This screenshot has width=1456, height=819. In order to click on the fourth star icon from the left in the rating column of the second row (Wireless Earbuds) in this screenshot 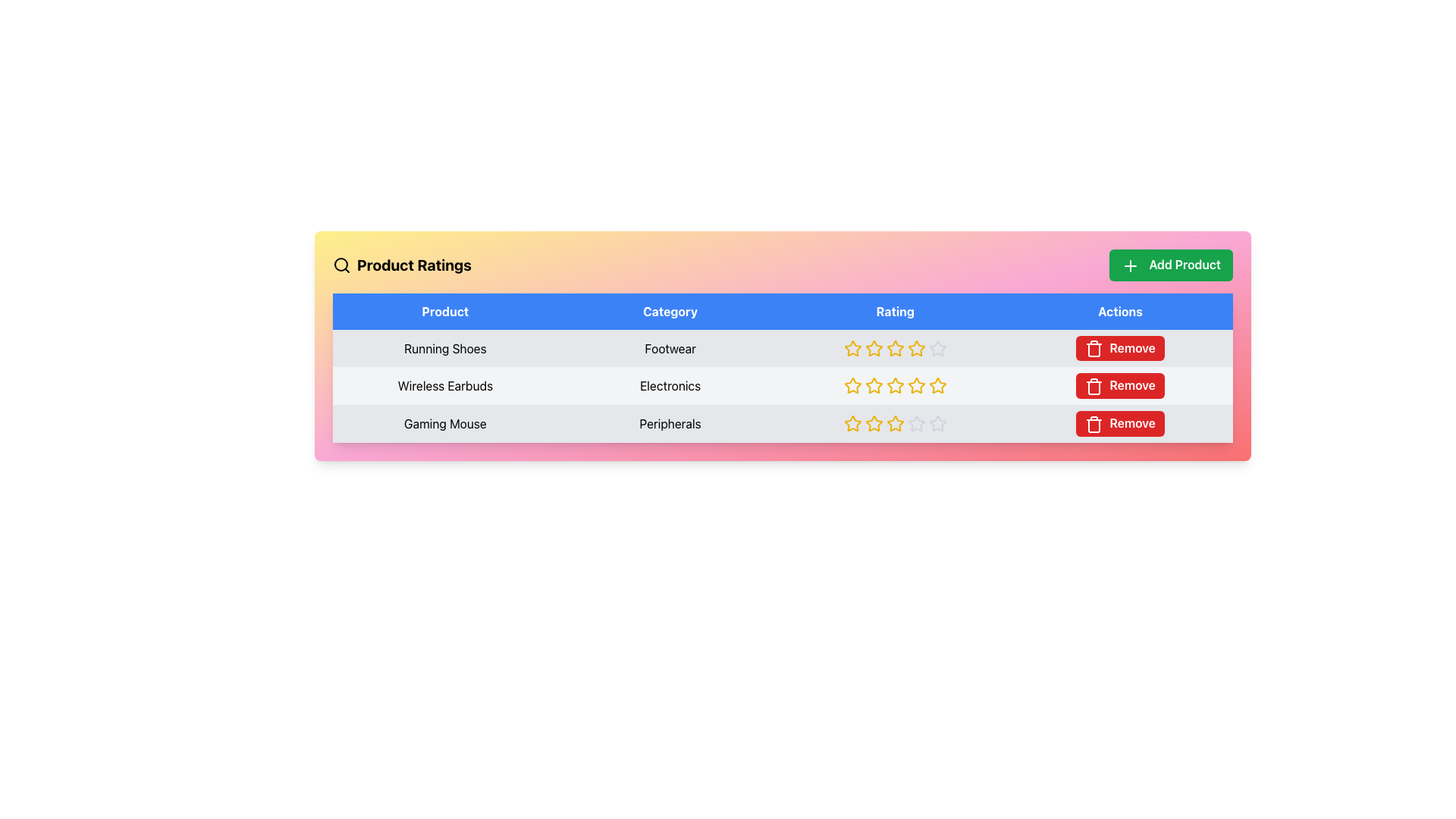, I will do `click(895, 385)`.